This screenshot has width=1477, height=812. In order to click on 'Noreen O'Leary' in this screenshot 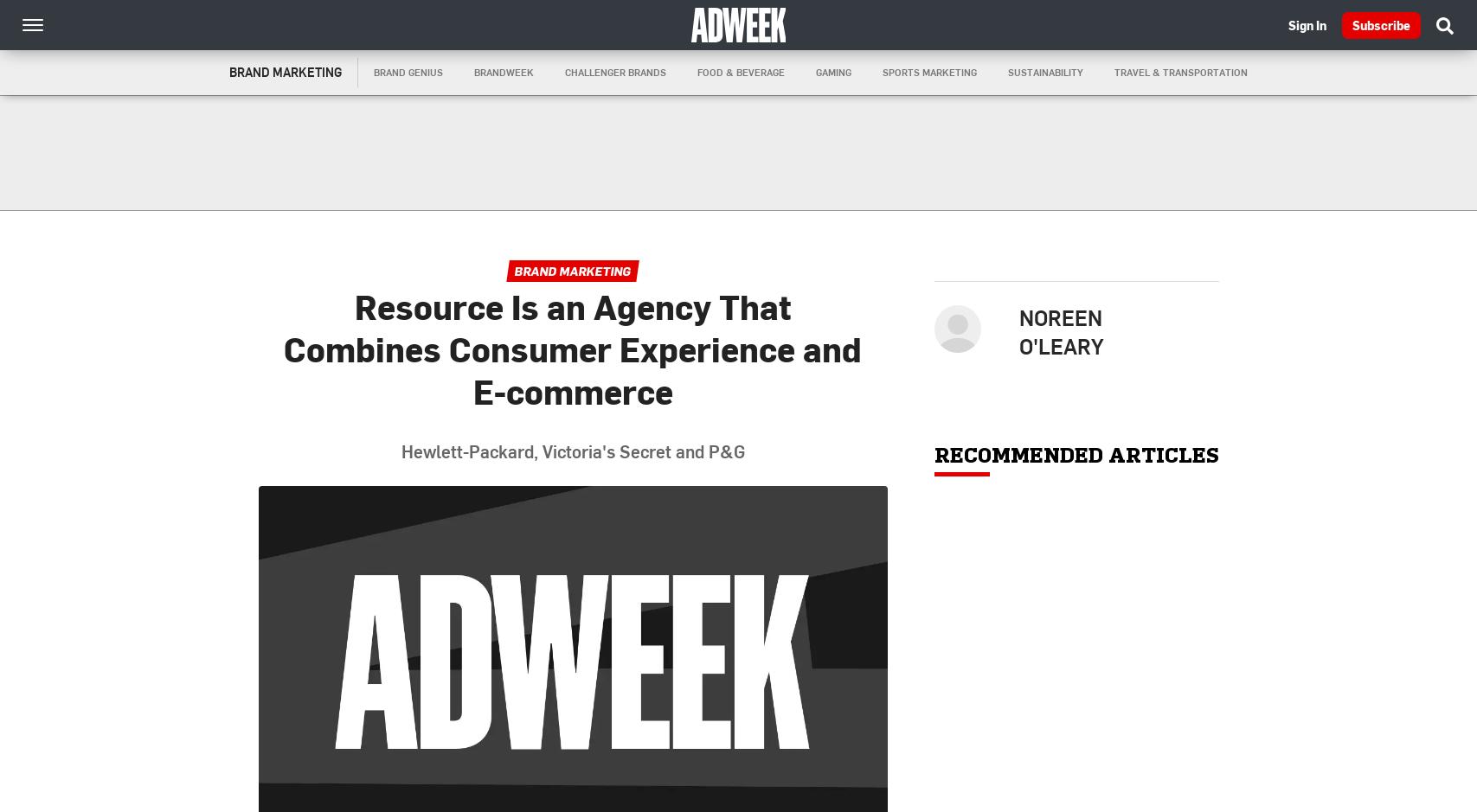, I will do `click(1017, 331)`.